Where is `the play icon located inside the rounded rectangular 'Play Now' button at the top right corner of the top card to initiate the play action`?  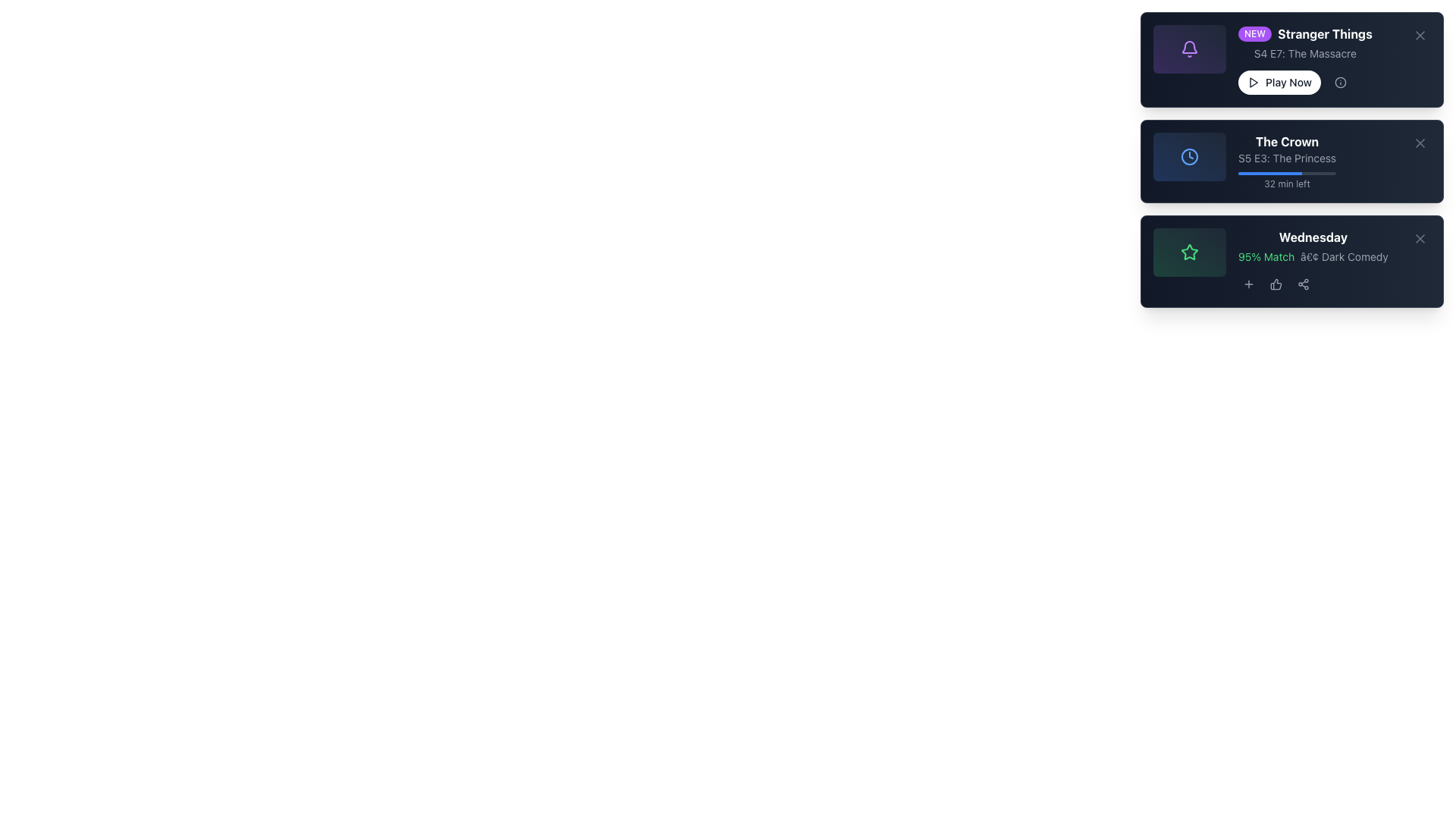
the play icon located inside the rounded rectangular 'Play Now' button at the top right corner of the top card to initiate the play action is located at coordinates (1253, 82).